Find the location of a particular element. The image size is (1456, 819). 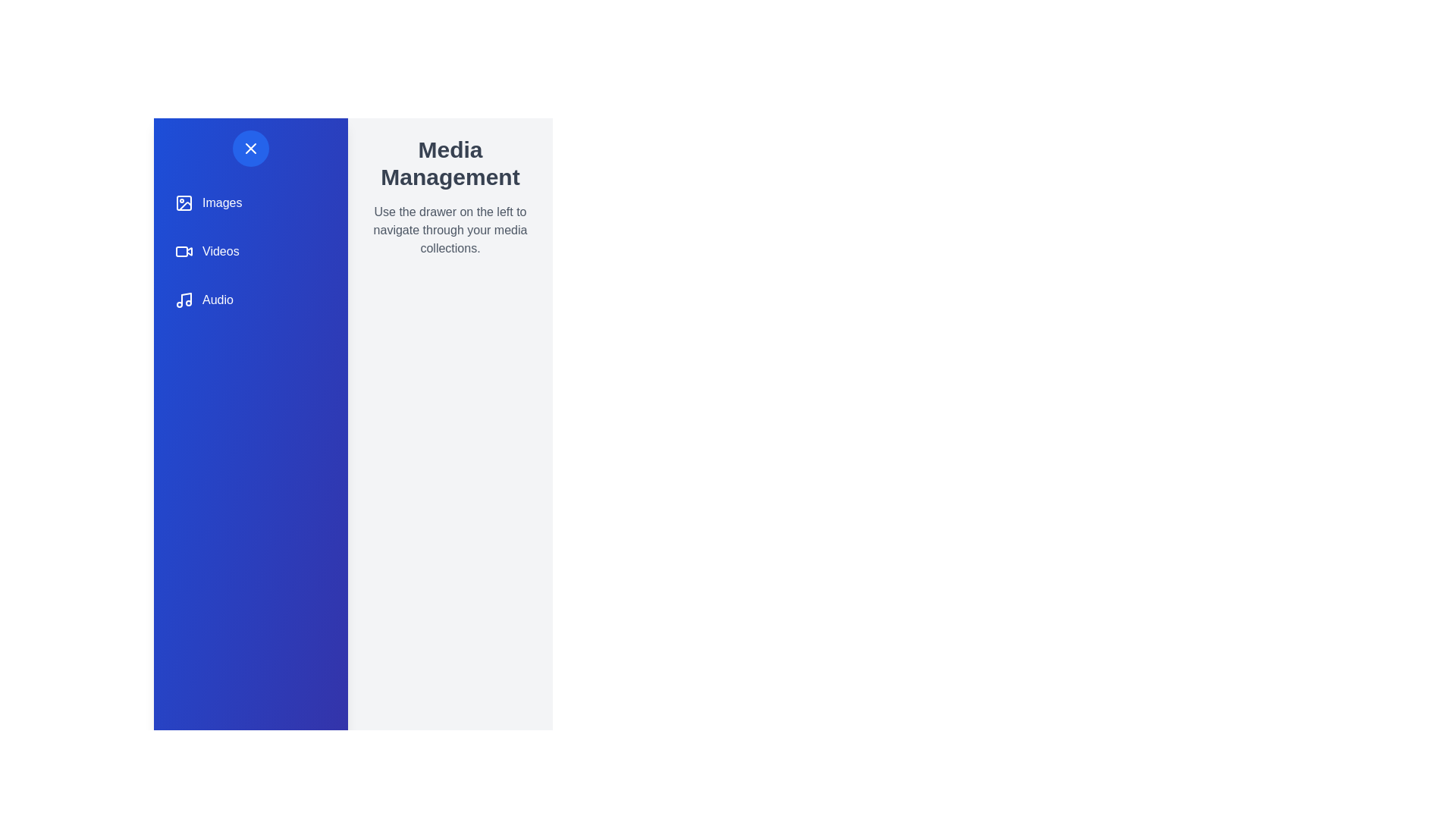

the 'Audio' icon in the sidebar navigation menu is located at coordinates (184, 300).